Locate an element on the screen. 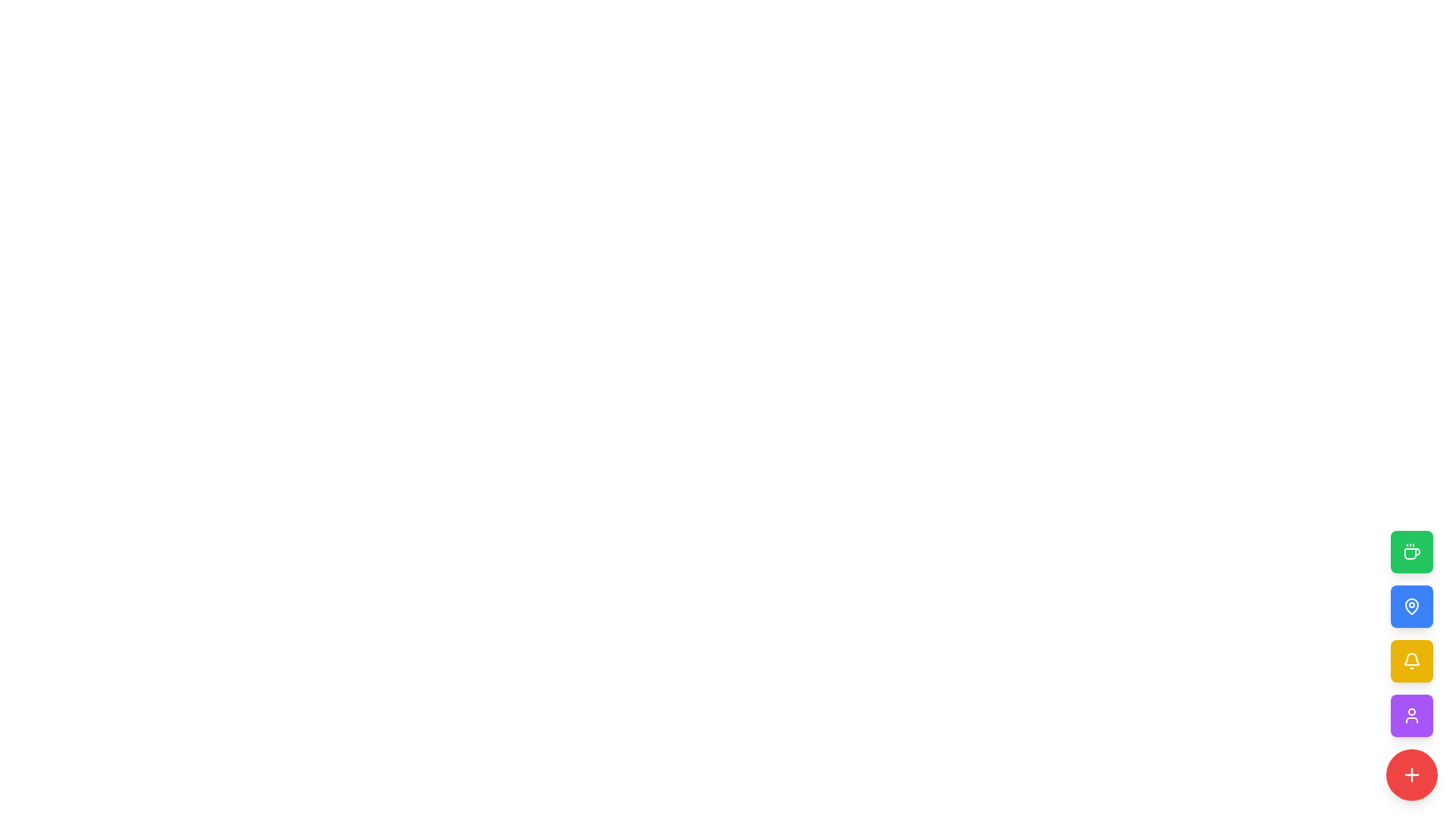  the map pin icon located below the green icon and above the yellow icon in the 'Locate Us' section is located at coordinates (1411, 605).